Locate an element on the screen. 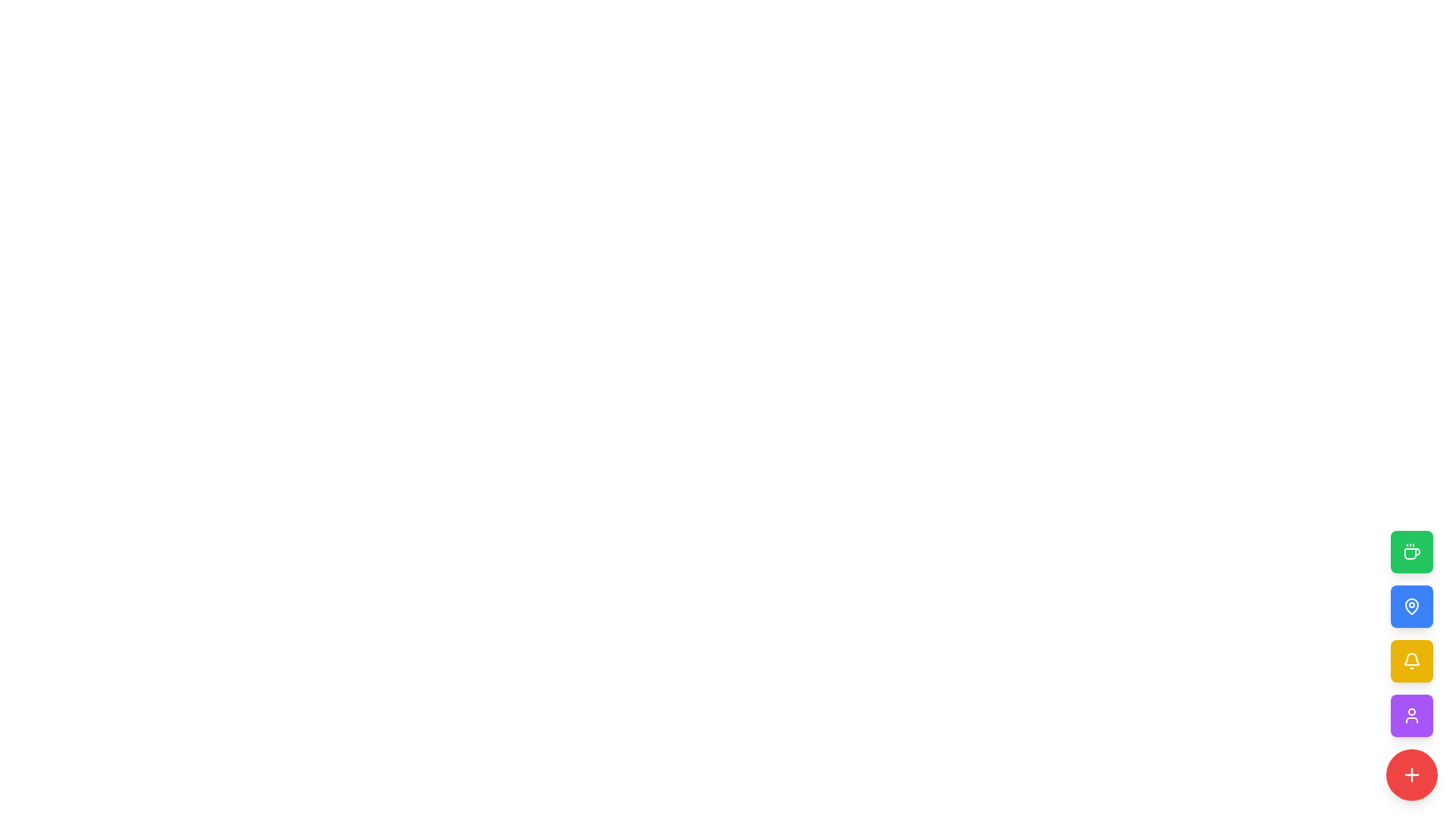  the map pin icon located below the green icon and above the yellow icon in the 'Locate Us' section is located at coordinates (1411, 605).